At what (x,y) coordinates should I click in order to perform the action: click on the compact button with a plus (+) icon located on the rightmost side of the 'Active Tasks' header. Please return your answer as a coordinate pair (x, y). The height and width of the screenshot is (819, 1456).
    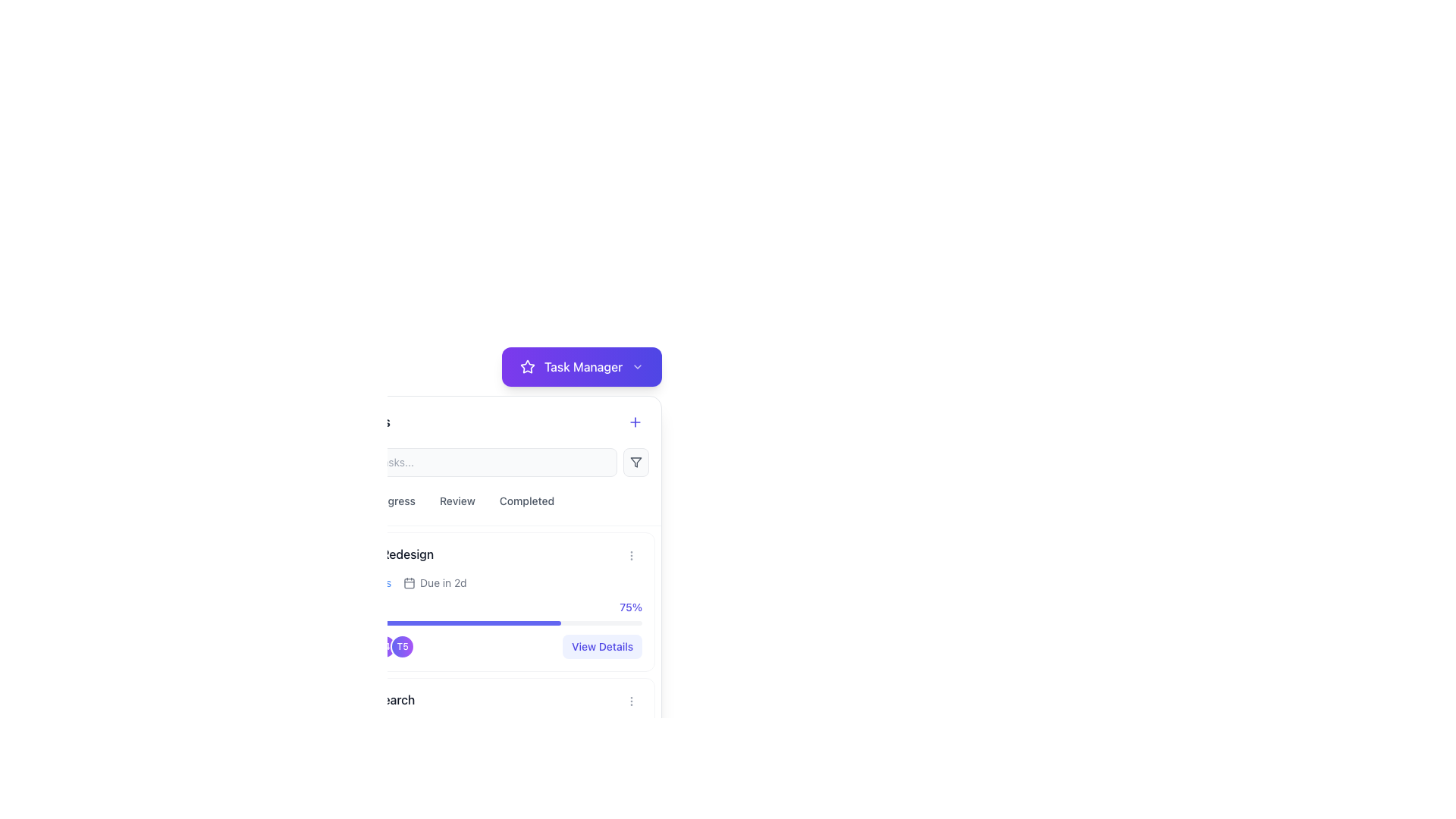
    Looking at the image, I should click on (635, 422).